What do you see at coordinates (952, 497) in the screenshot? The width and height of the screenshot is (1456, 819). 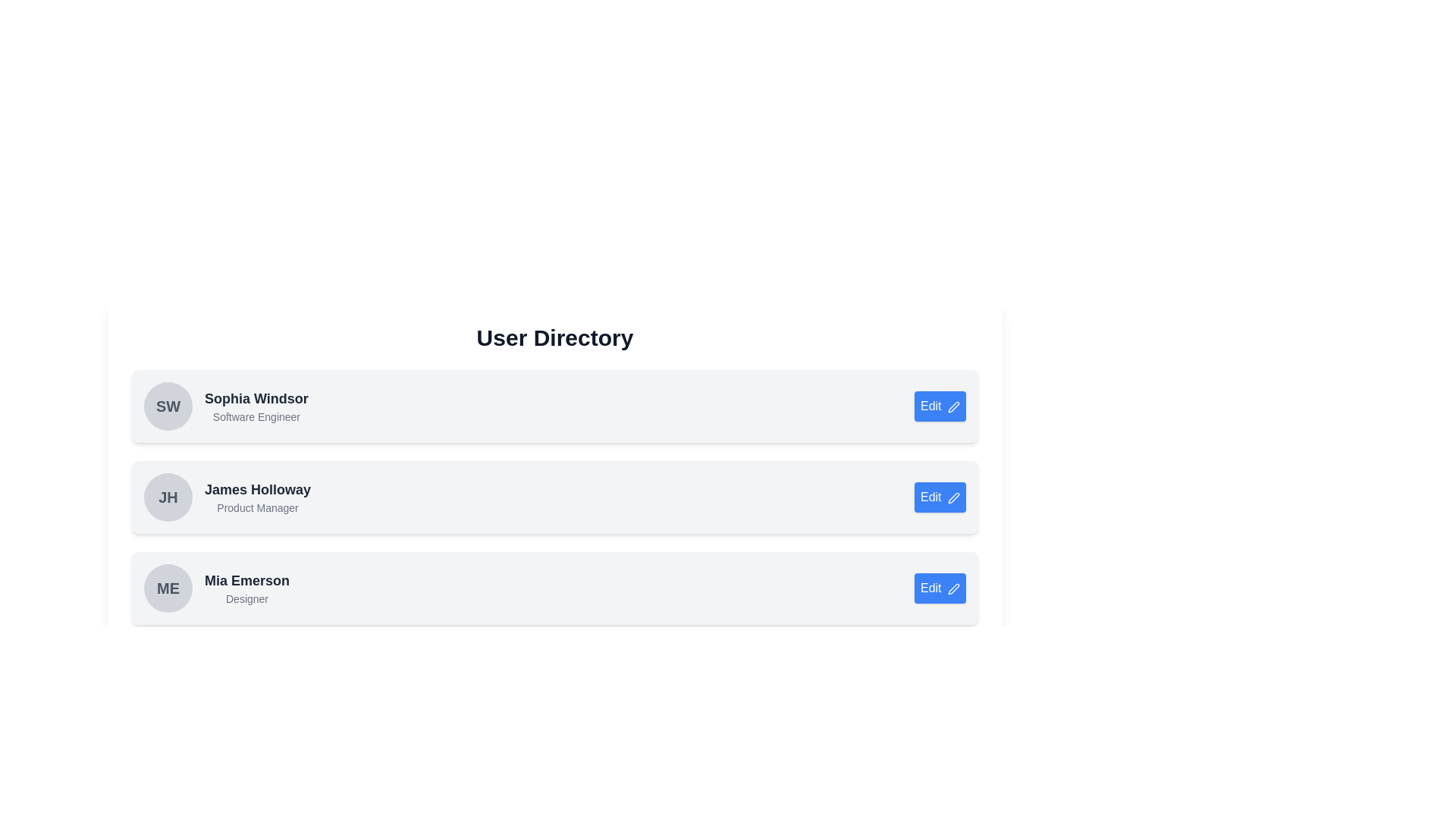 I see `the white pen icon located within the blue 'Edit' button on the right side of the second row in the user directory interface` at bounding box center [952, 497].